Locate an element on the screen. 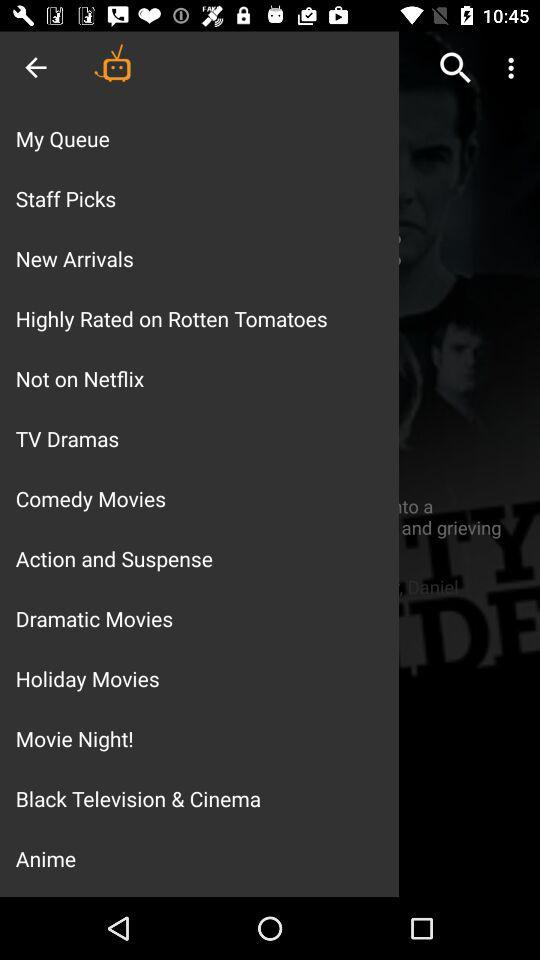  the add icon is located at coordinates (384, 249).